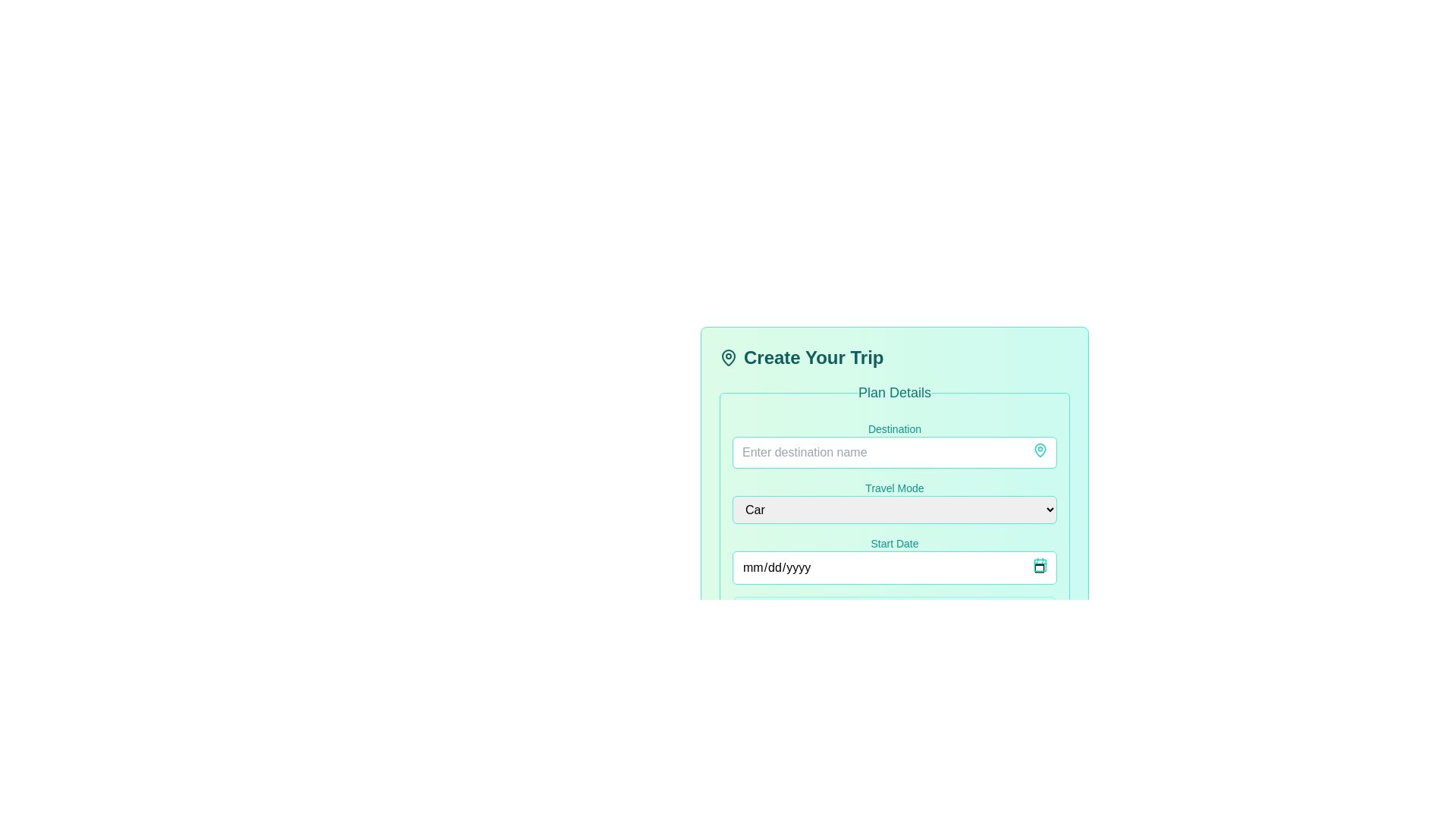 This screenshot has width=1456, height=819. What do you see at coordinates (1040, 450) in the screenshot?
I see `the teal-colored map pin icon located on the far right of the 'Destination' input field` at bounding box center [1040, 450].